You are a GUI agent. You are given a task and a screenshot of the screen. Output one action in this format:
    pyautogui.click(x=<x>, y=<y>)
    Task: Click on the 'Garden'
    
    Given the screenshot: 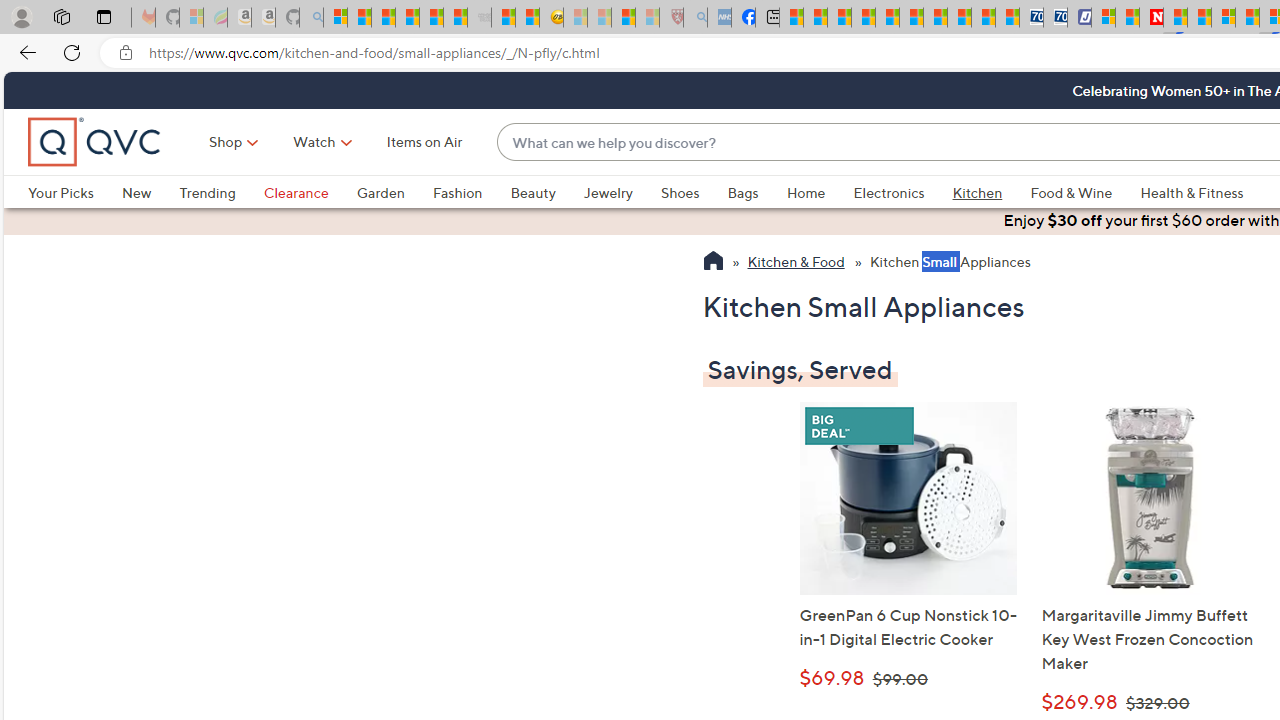 What is the action you would take?
    pyautogui.click(x=380, y=192)
    